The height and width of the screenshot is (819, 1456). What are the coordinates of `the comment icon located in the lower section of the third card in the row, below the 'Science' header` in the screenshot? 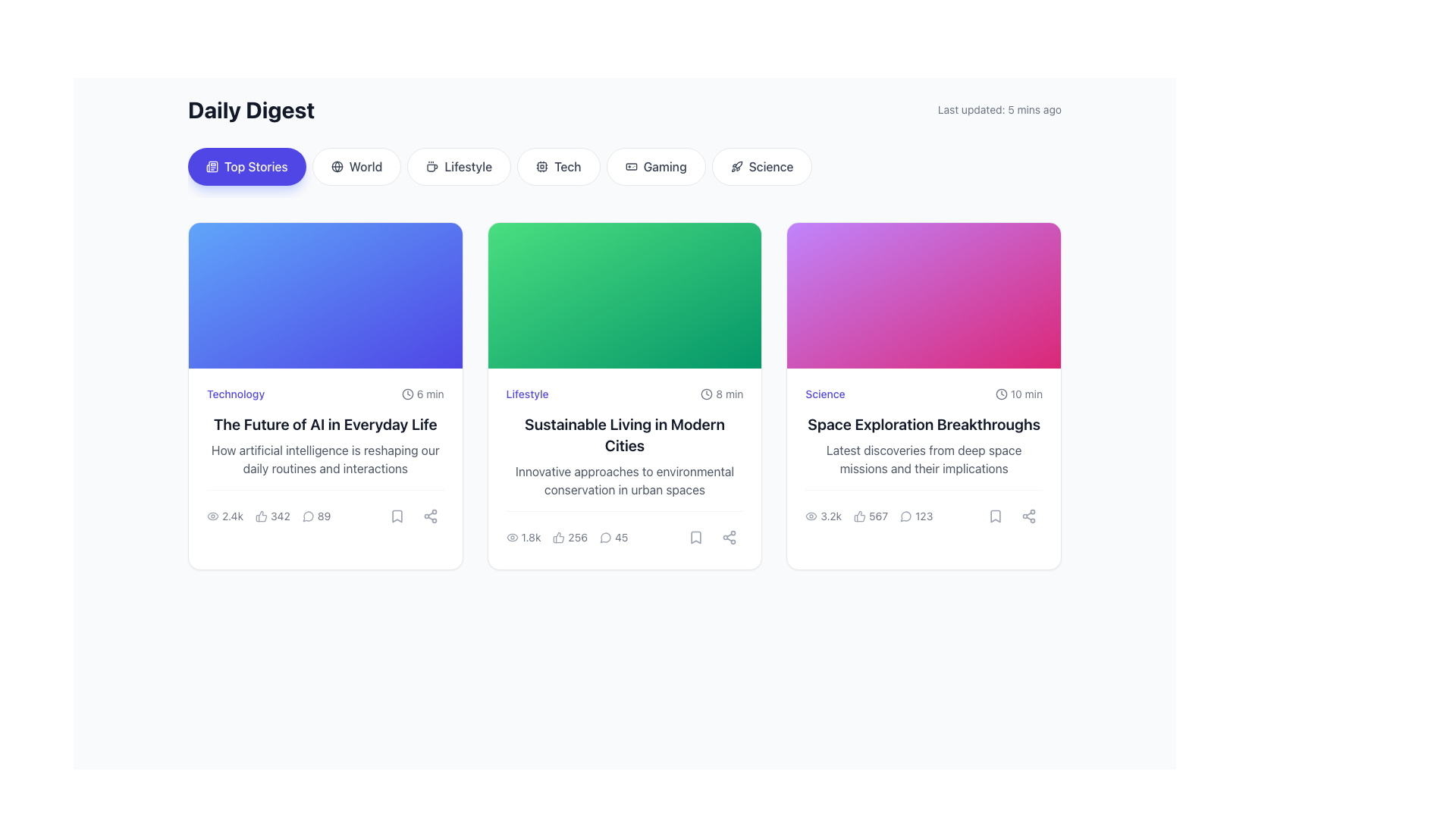 It's located at (915, 516).